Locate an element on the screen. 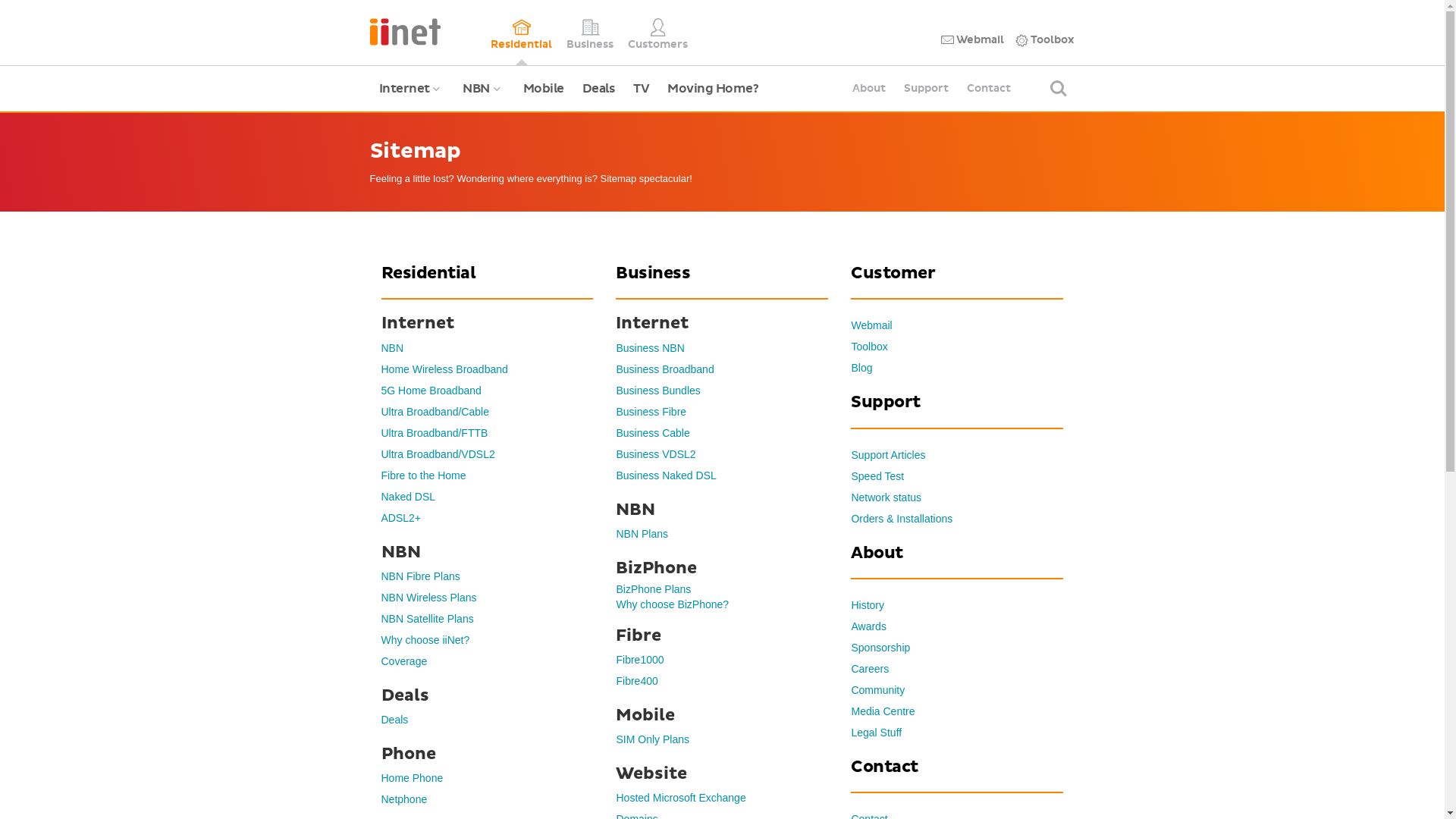 The height and width of the screenshot is (819, 1456). 'Business NBN' is located at coordinates (650, 348).